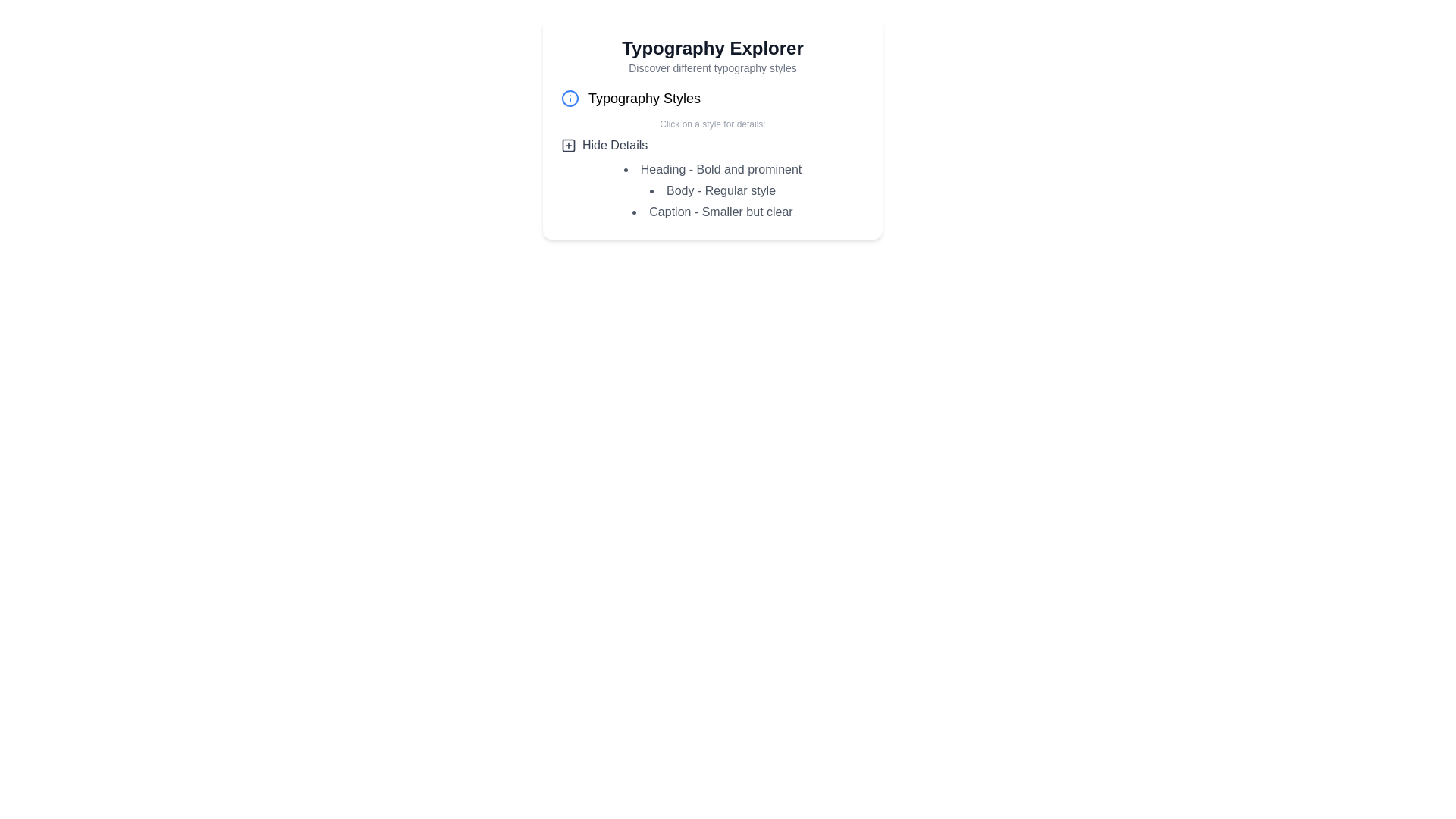  I want to click on the square icon button with a plus sign located to the left of the 'Hide Details' text, so click(567, 146).